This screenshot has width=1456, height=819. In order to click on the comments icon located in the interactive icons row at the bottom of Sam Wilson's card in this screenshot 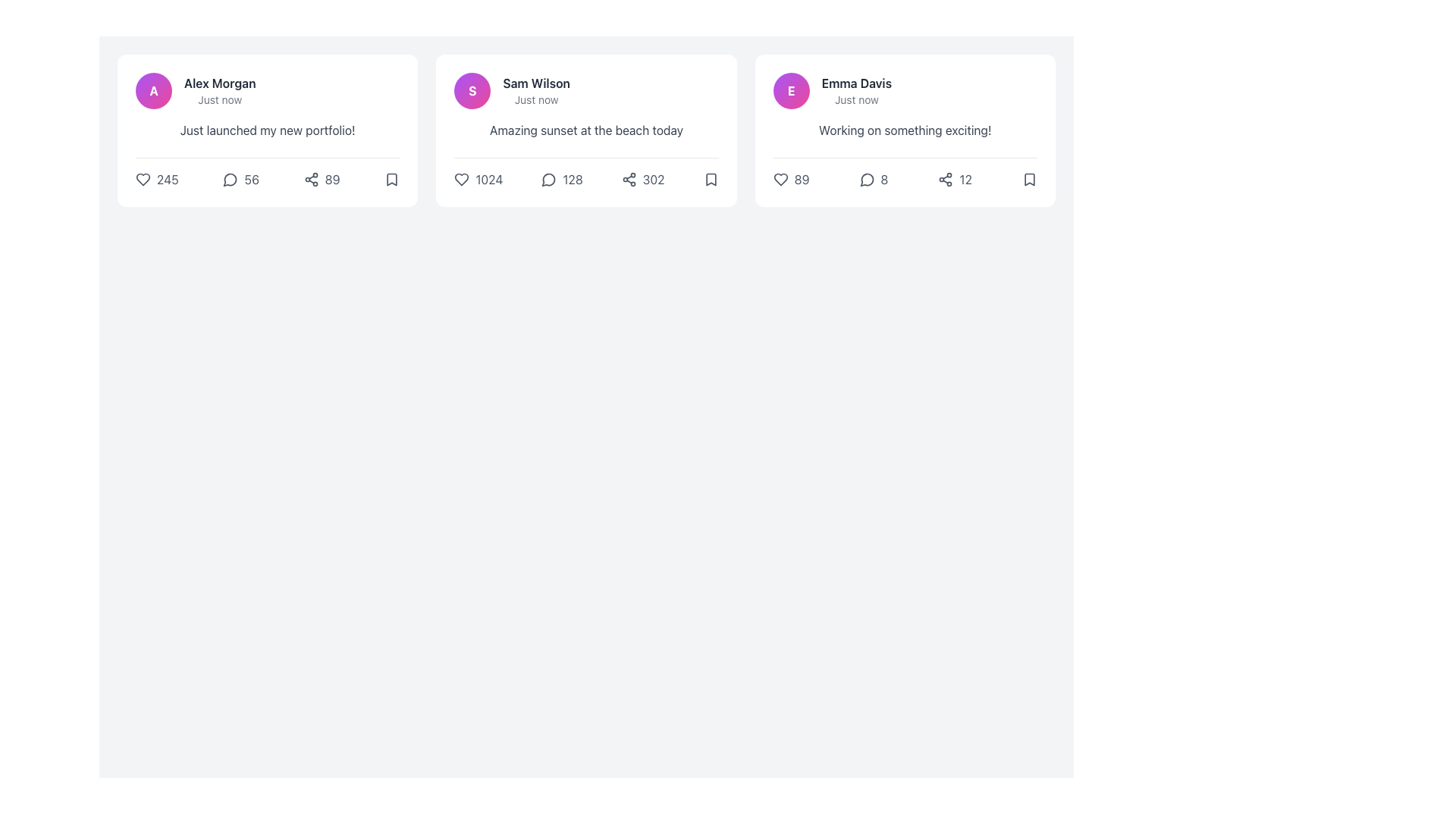, I will do `click(548, 179)`.